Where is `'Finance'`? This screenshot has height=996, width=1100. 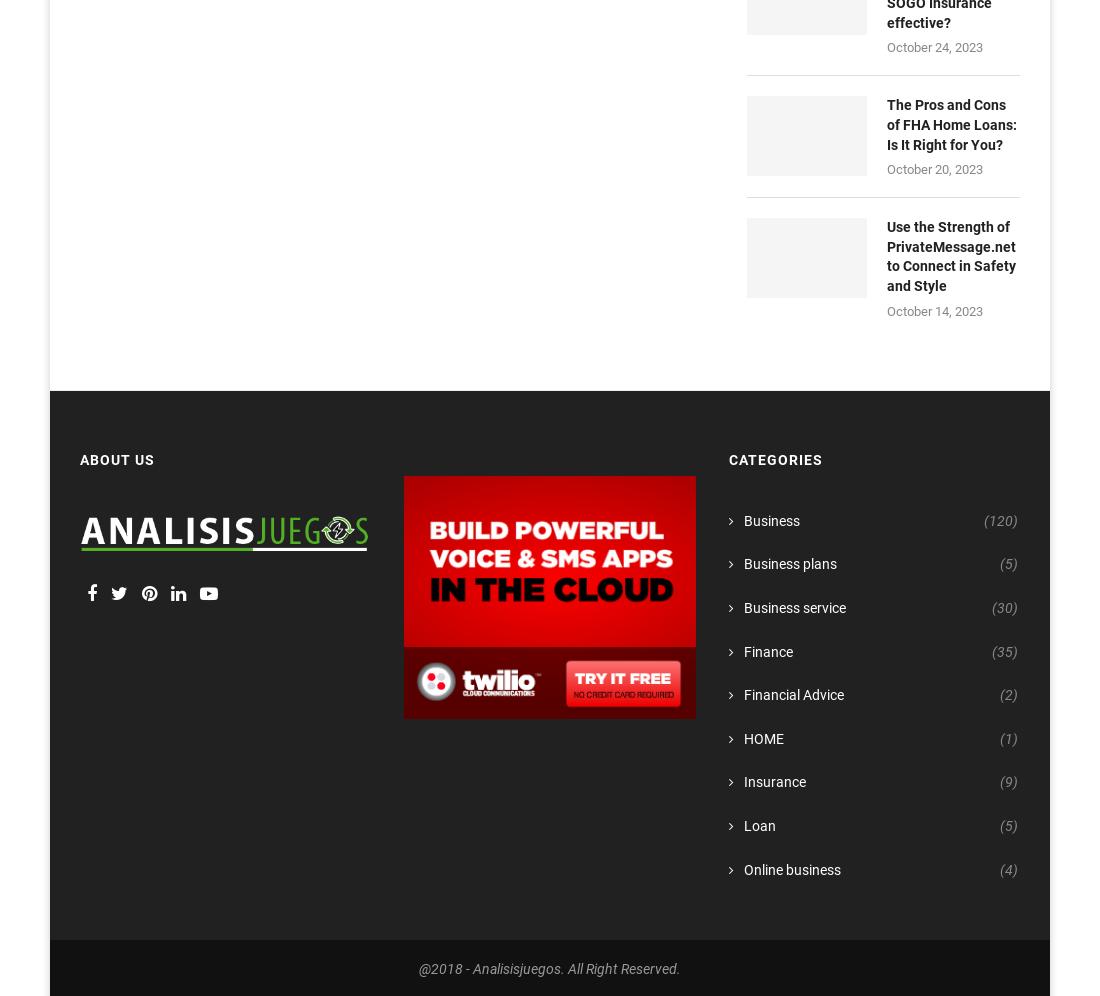
'Finance' is located at coordinates (767, 649).